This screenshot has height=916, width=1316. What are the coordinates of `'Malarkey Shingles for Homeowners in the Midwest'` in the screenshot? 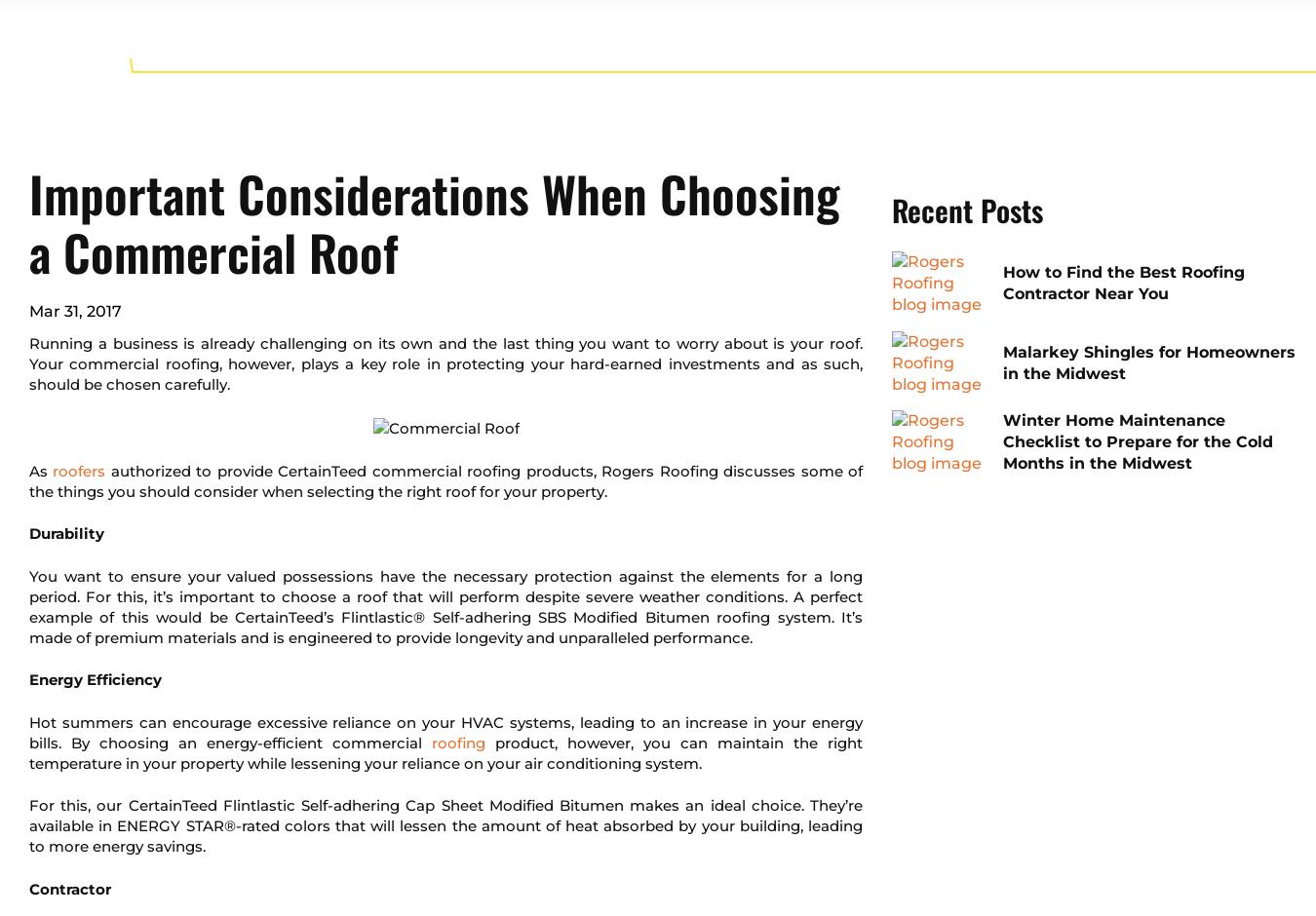 It's located at (1147, 361).